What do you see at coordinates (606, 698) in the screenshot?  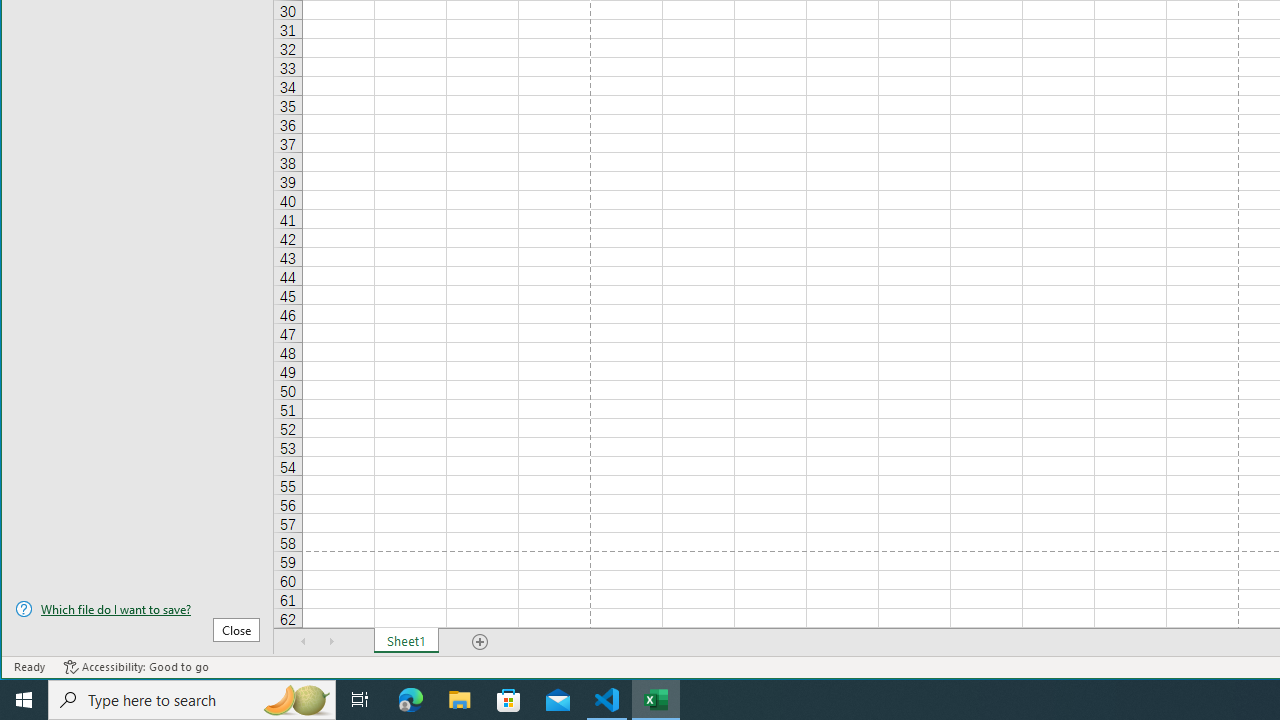 I see `'Visual Studio Code - 1 running window'` at bounding box center [606, 698].